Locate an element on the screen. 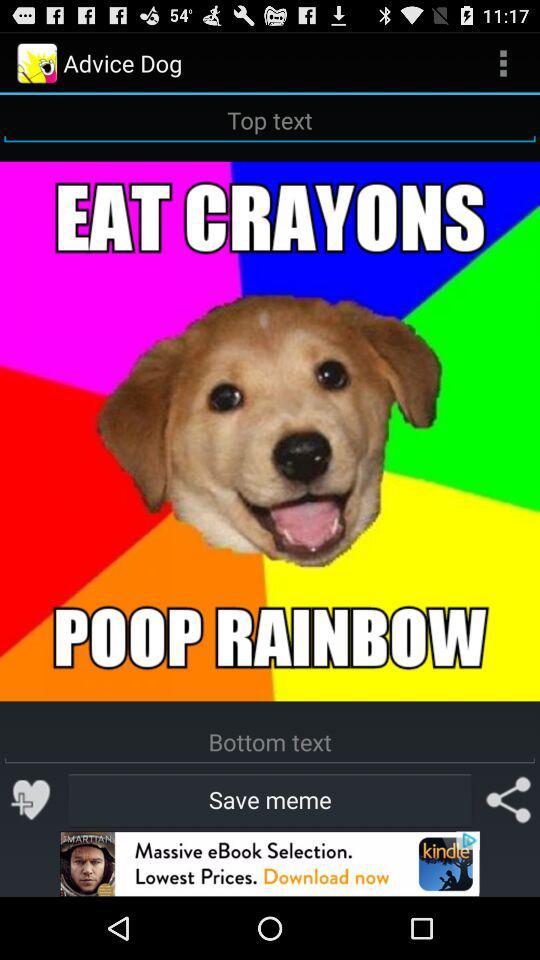 The height and width of the screenshot is (960, 540). text is located at coordinates (270, 741).